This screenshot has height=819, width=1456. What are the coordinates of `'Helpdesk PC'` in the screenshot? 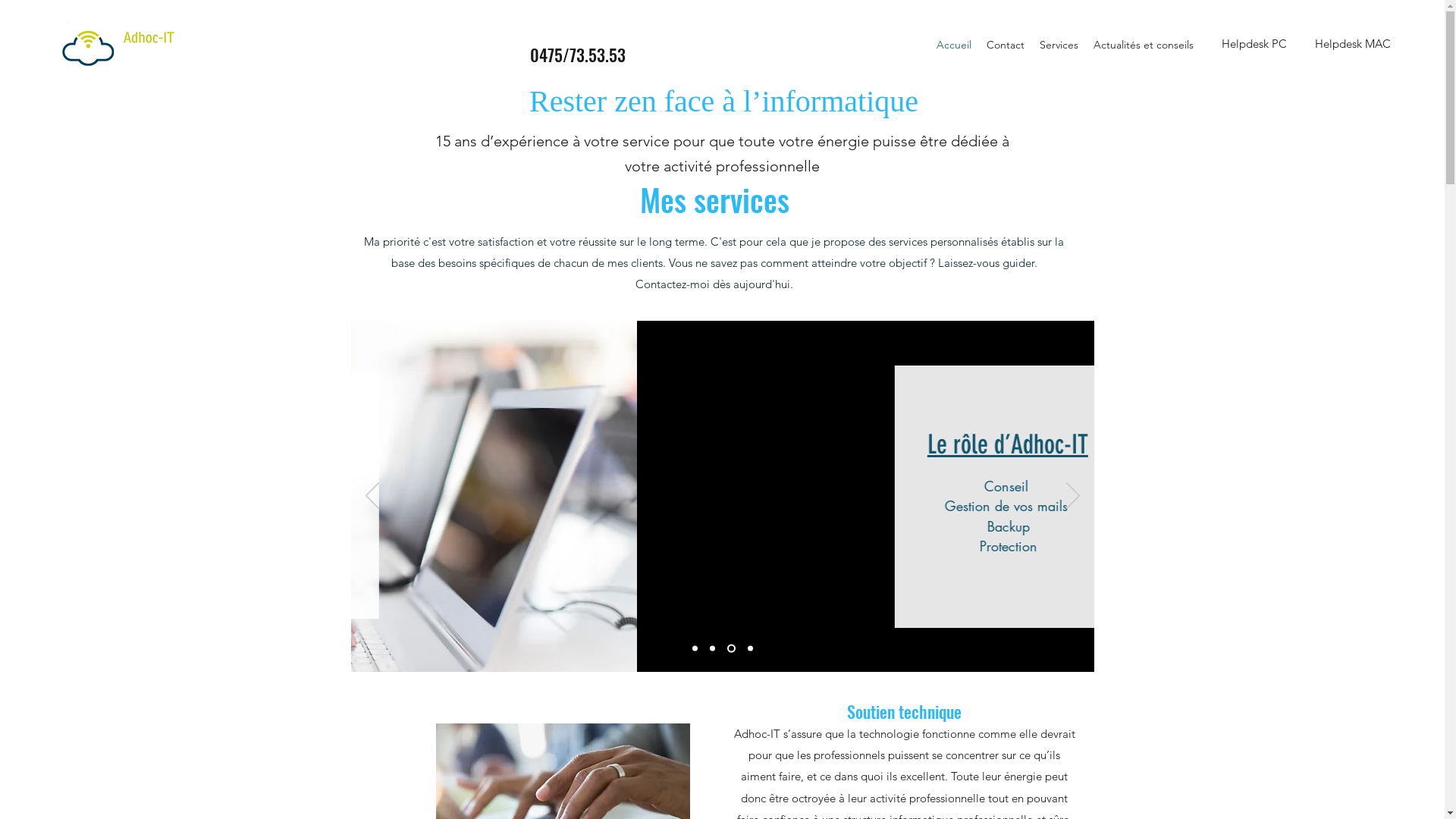 It's located at (1254, 42).